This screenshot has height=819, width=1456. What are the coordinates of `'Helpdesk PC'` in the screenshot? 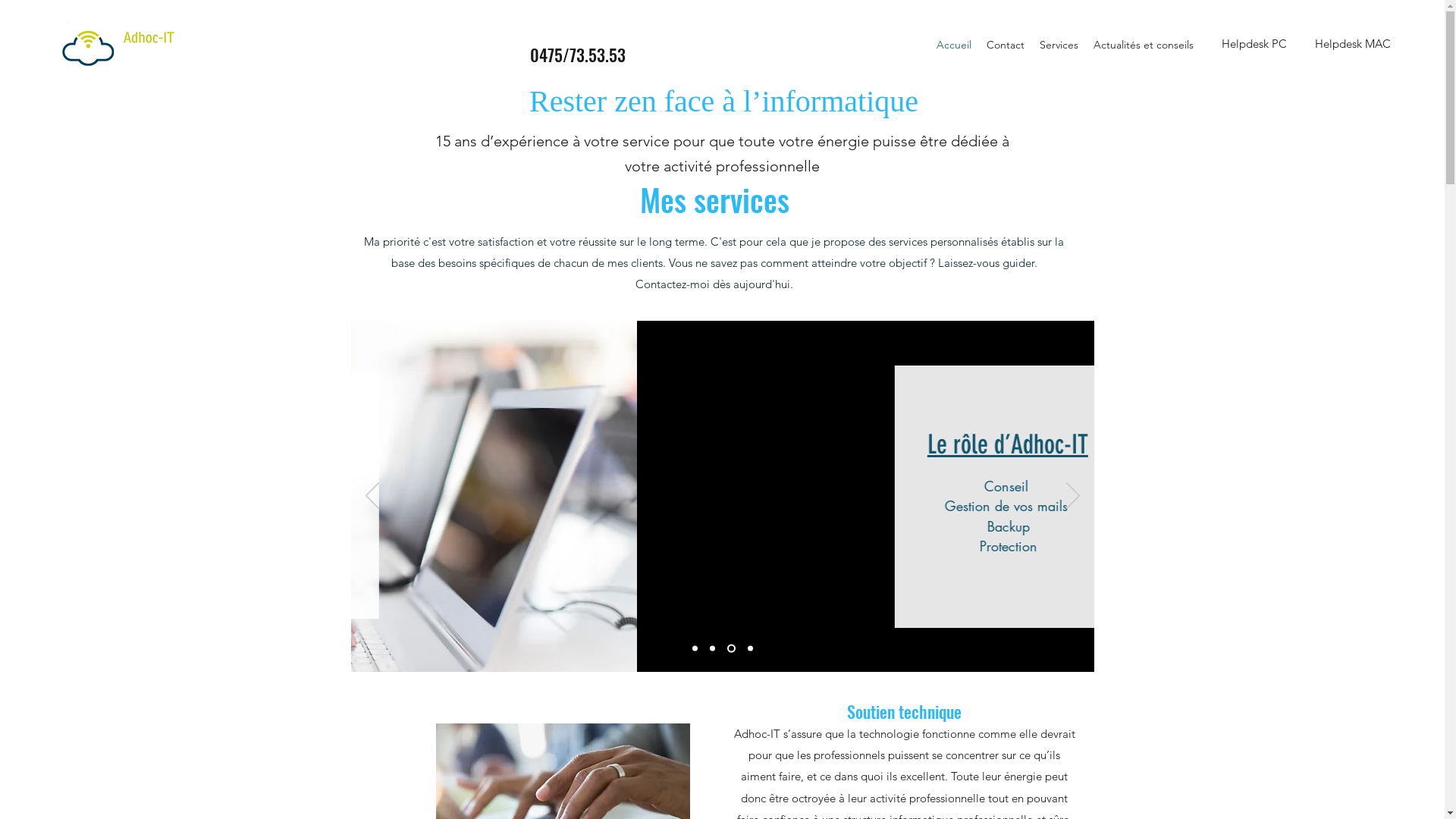 It's located at (1254, 42).